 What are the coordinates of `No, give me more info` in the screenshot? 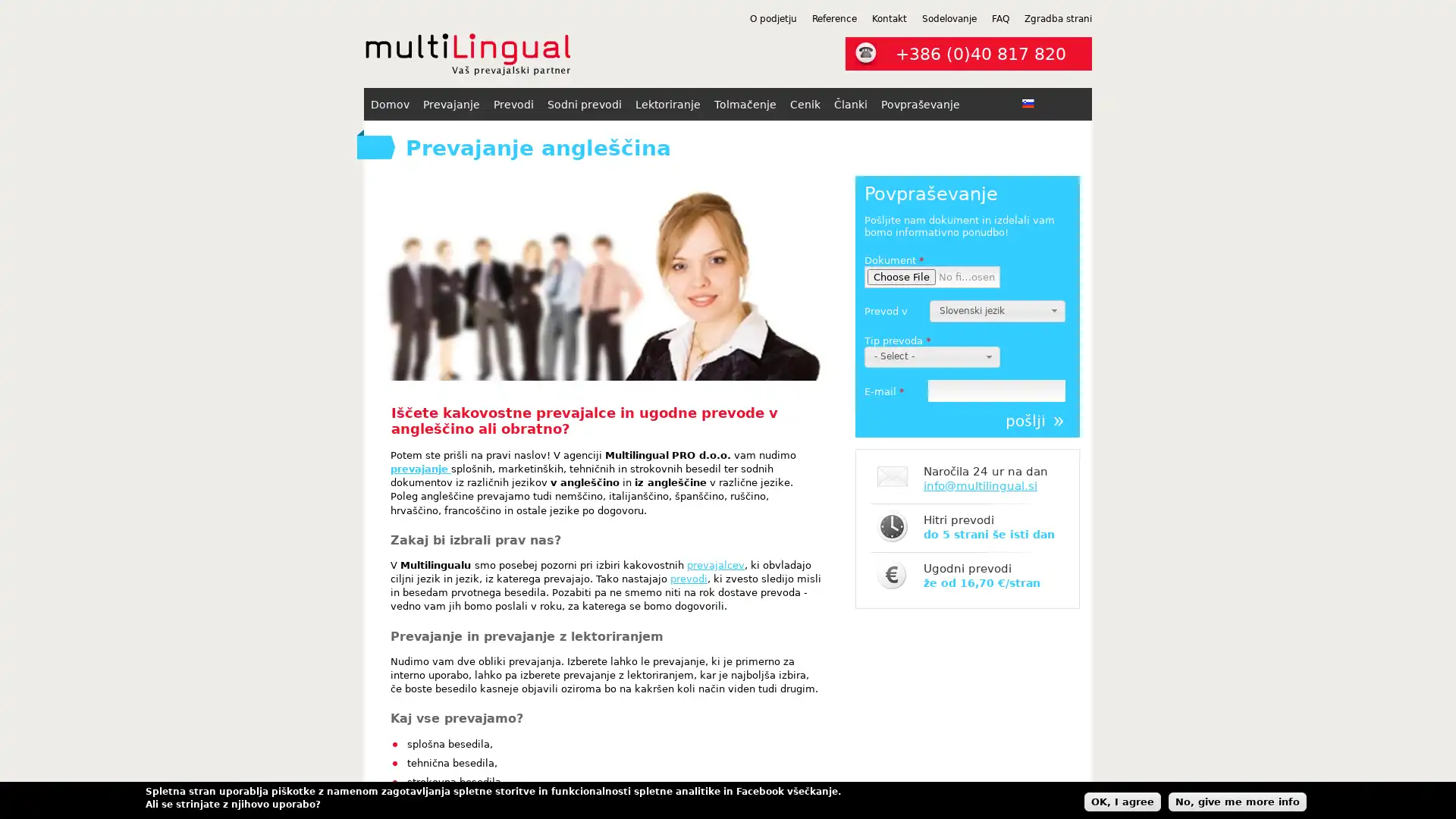 It's located at (1238, 800).